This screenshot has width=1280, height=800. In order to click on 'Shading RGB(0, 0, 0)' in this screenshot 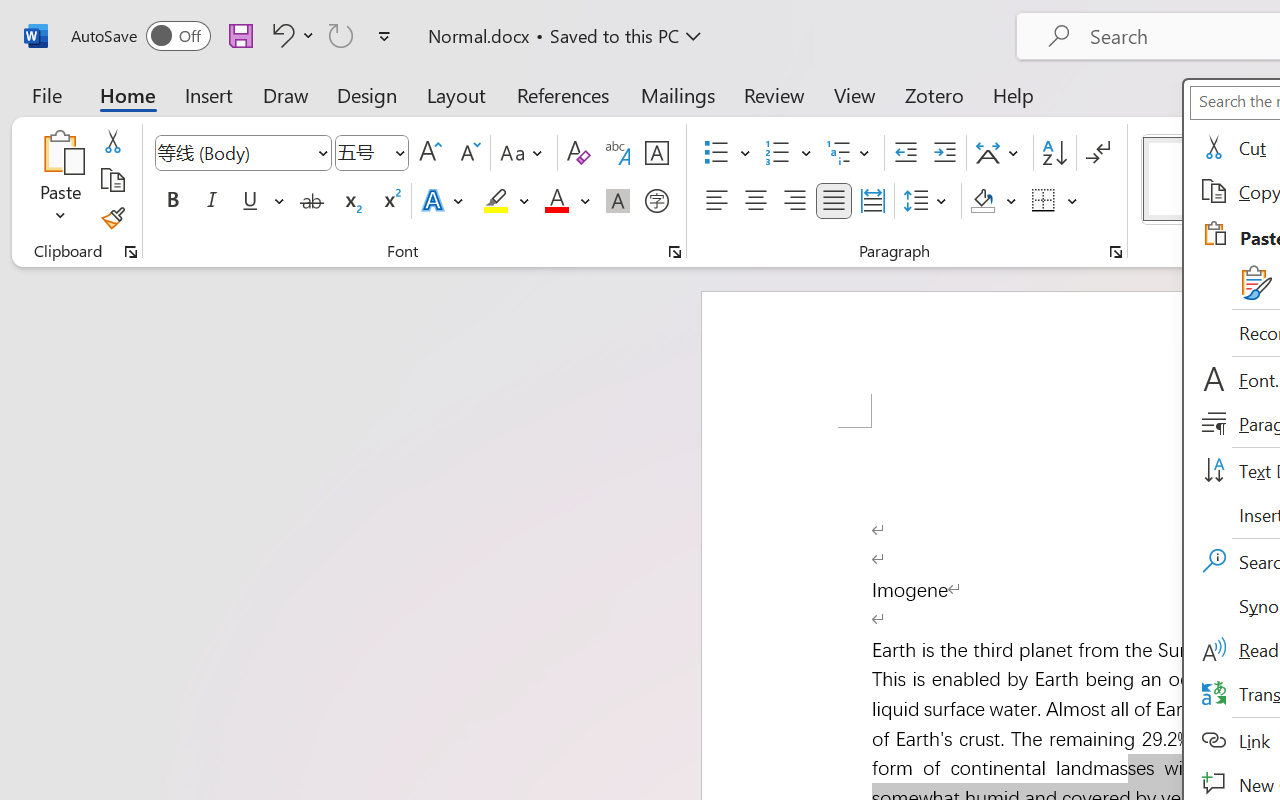, I will do `click(983, 201)`.